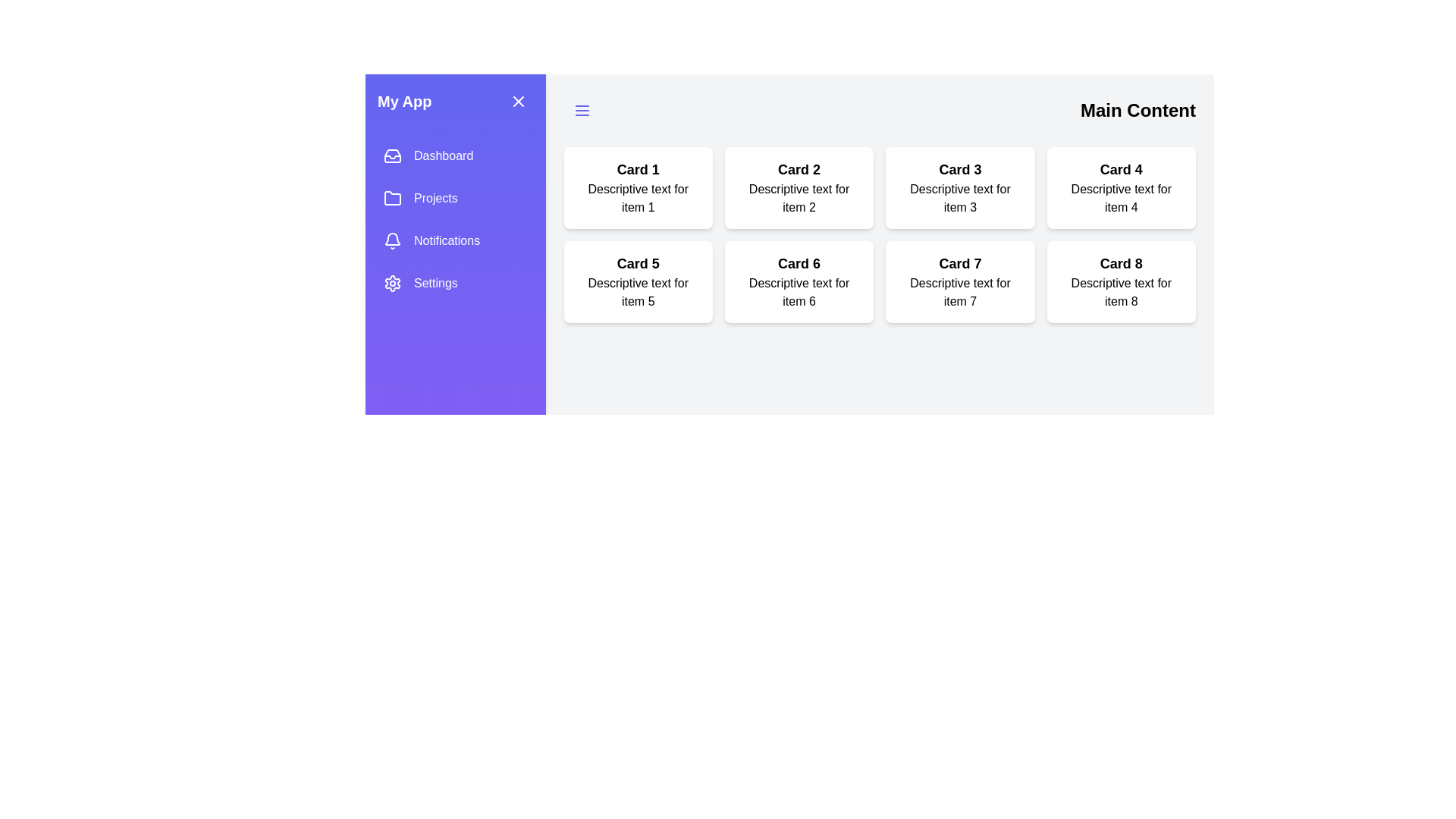  I want to click on the menu button in the header to toggle the drawer, so click(581, 110).